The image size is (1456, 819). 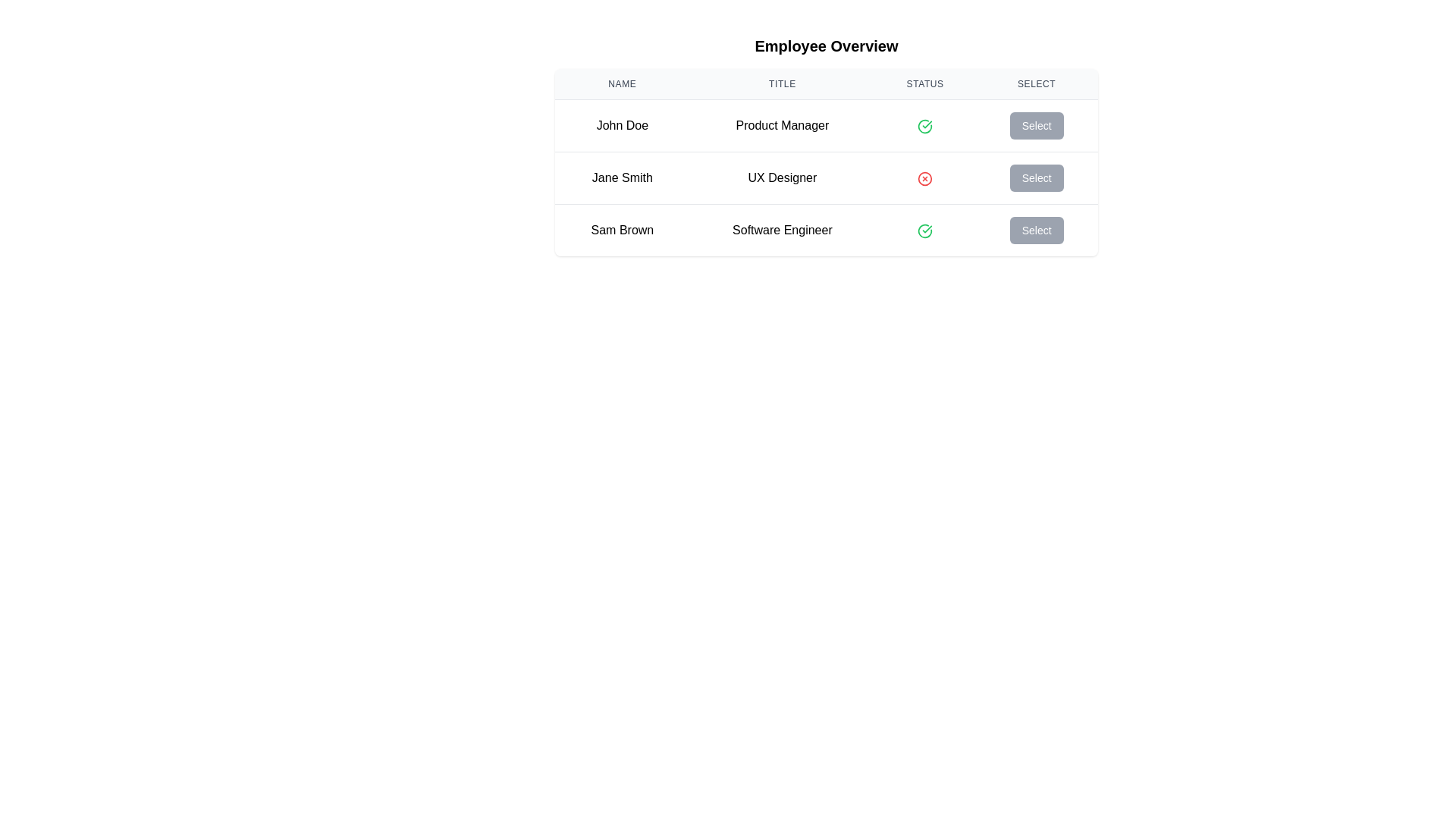 What do you see at coordinates (924, 230) in the screenshot?
I see `the status icon indicating a positive confirmation for the employee 'Sam Brown' in the third row of the table` at bounding box center [924, 230].